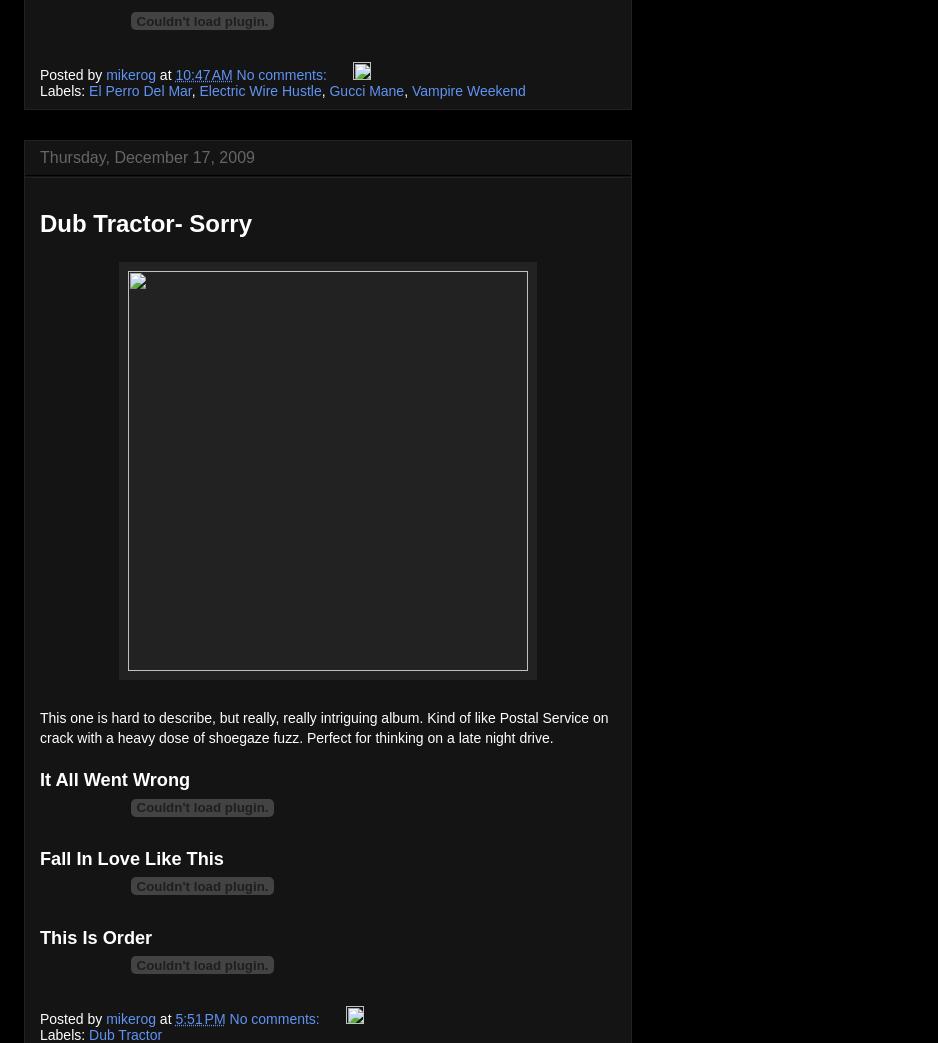 This screenshot has height=1043, width=938. What do you see at coordinates (95, 936) in the screenshot?
I see `'This Is Order'` at bounding box center [95, 936].